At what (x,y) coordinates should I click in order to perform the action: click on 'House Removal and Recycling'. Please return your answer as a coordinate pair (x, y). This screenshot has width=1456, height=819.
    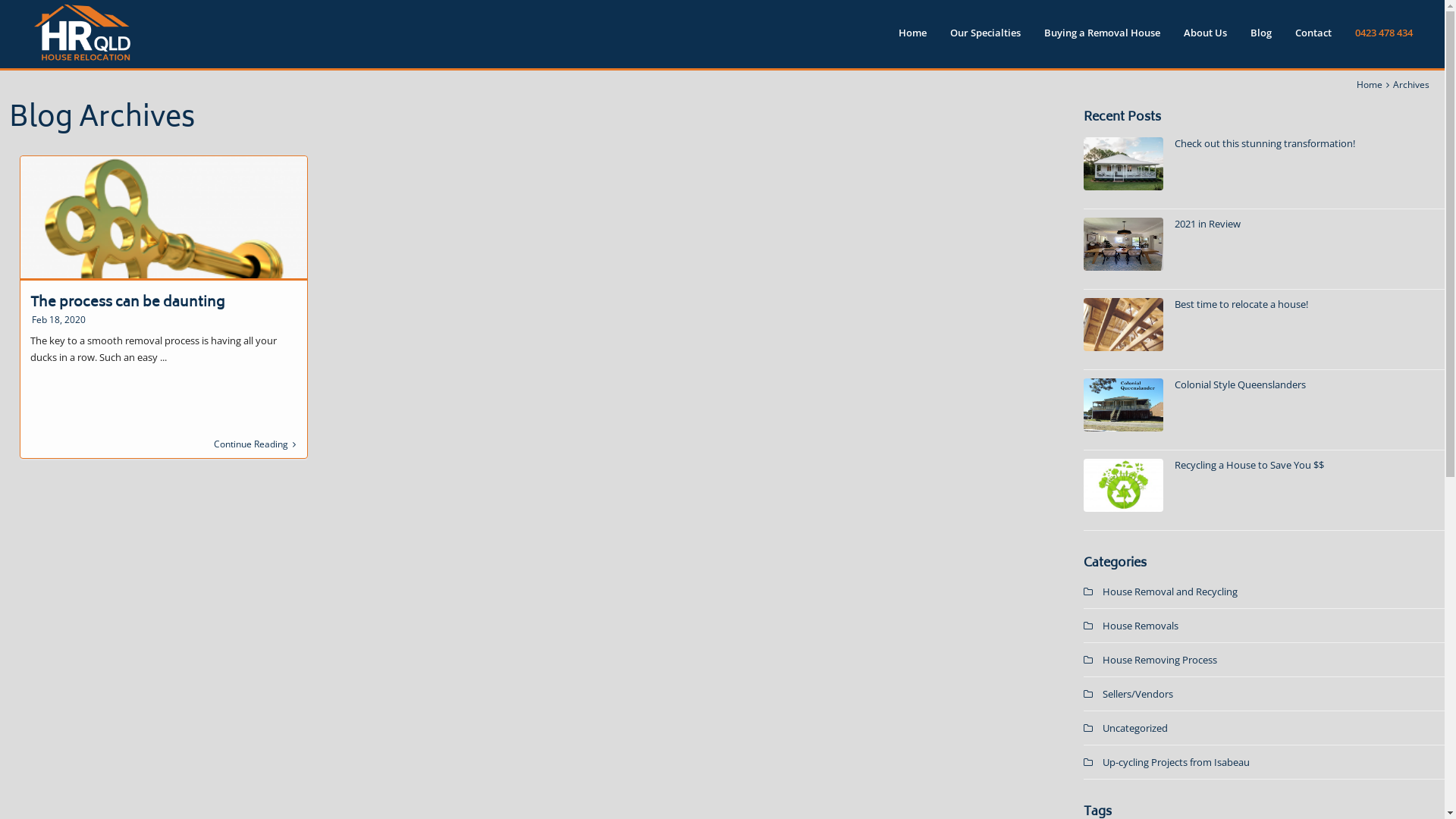
    Looking at the image, I should click on (1169, 590).